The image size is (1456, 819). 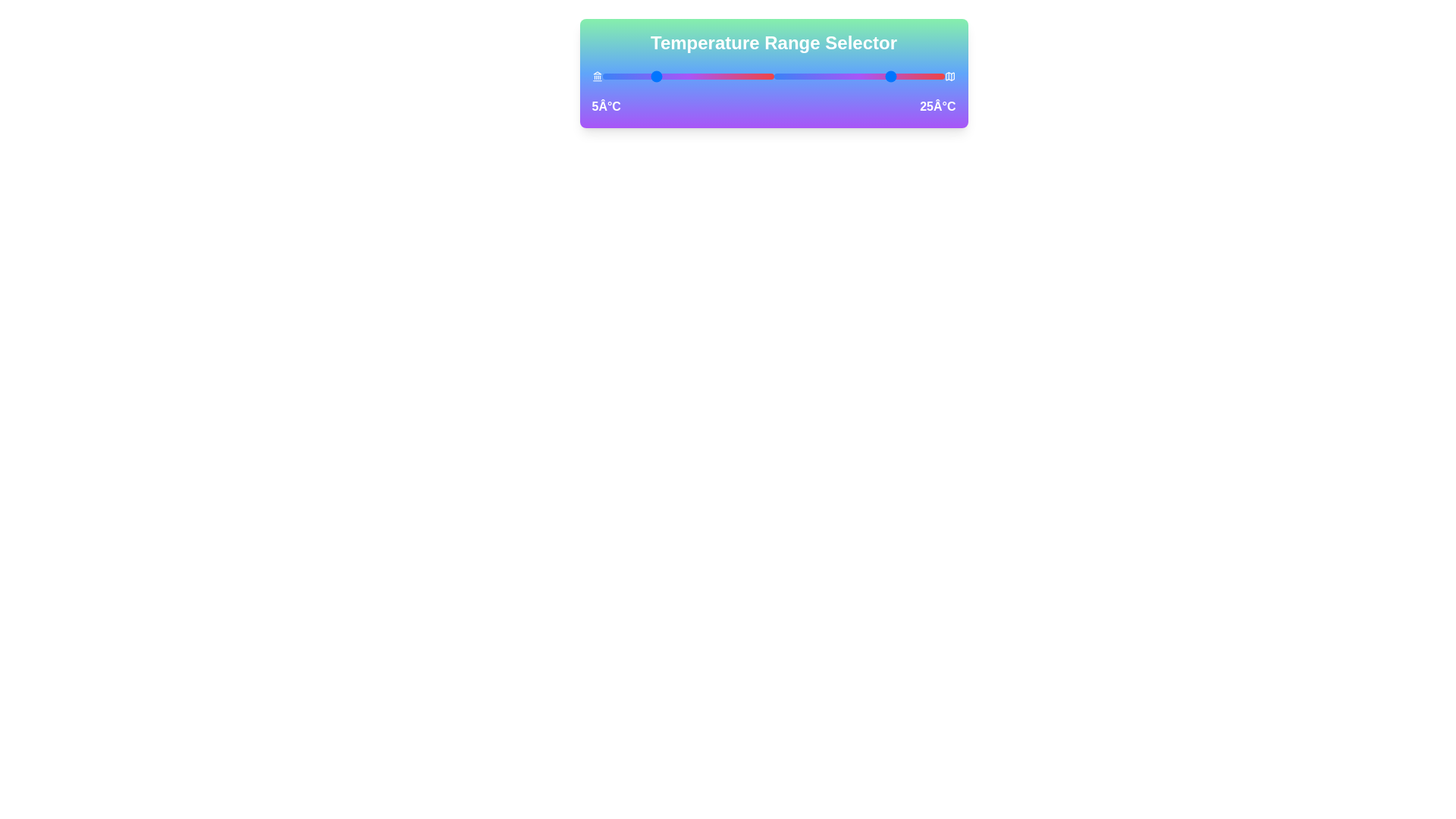 What do you see at coordinates (657, 76) in the screenshot?
I see `the left temperature slider to 6°C` at bounding box center [657, 76].